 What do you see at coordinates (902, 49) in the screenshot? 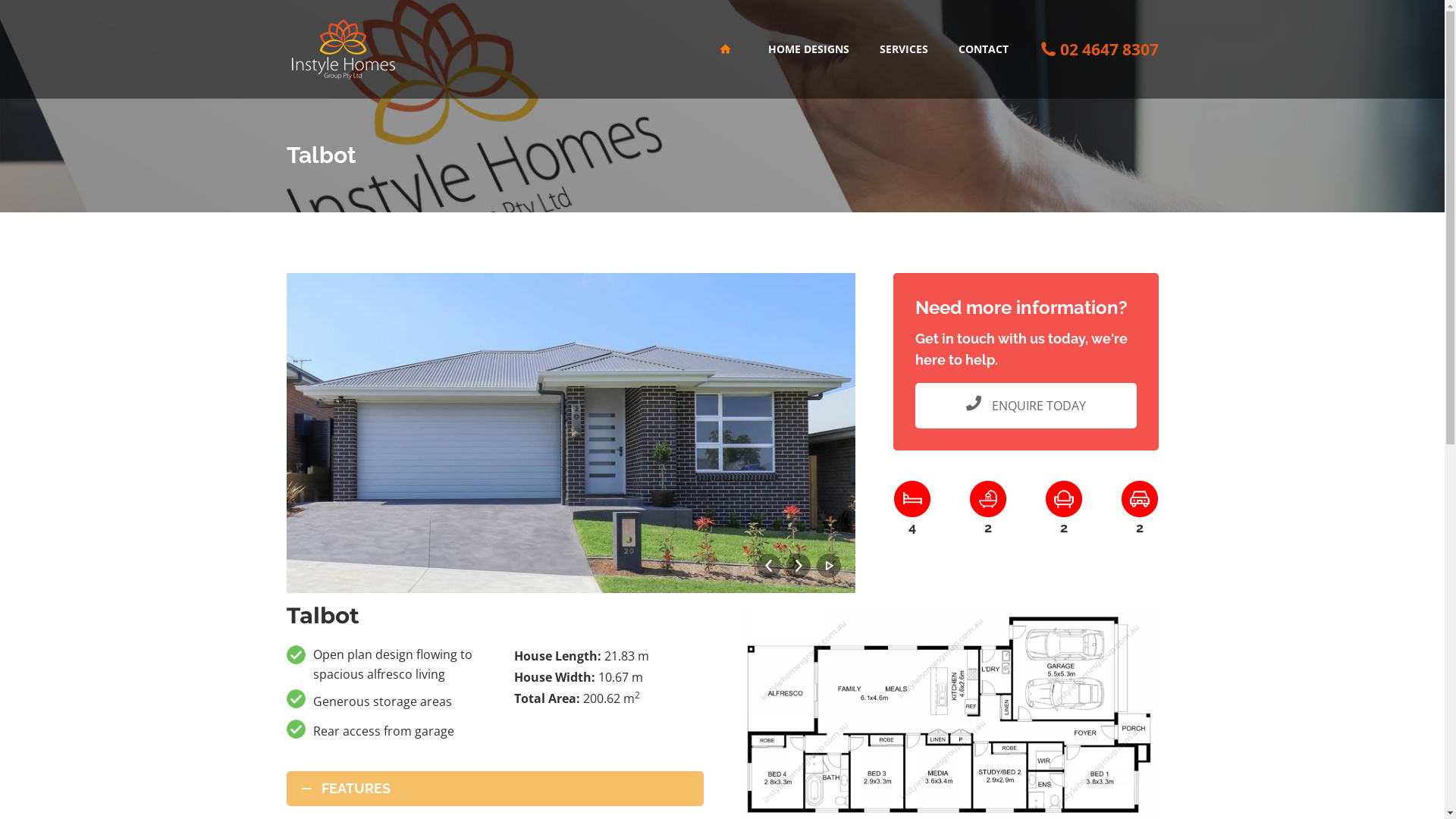
I see `'SERVICES'` at bounding box center [902, 49].